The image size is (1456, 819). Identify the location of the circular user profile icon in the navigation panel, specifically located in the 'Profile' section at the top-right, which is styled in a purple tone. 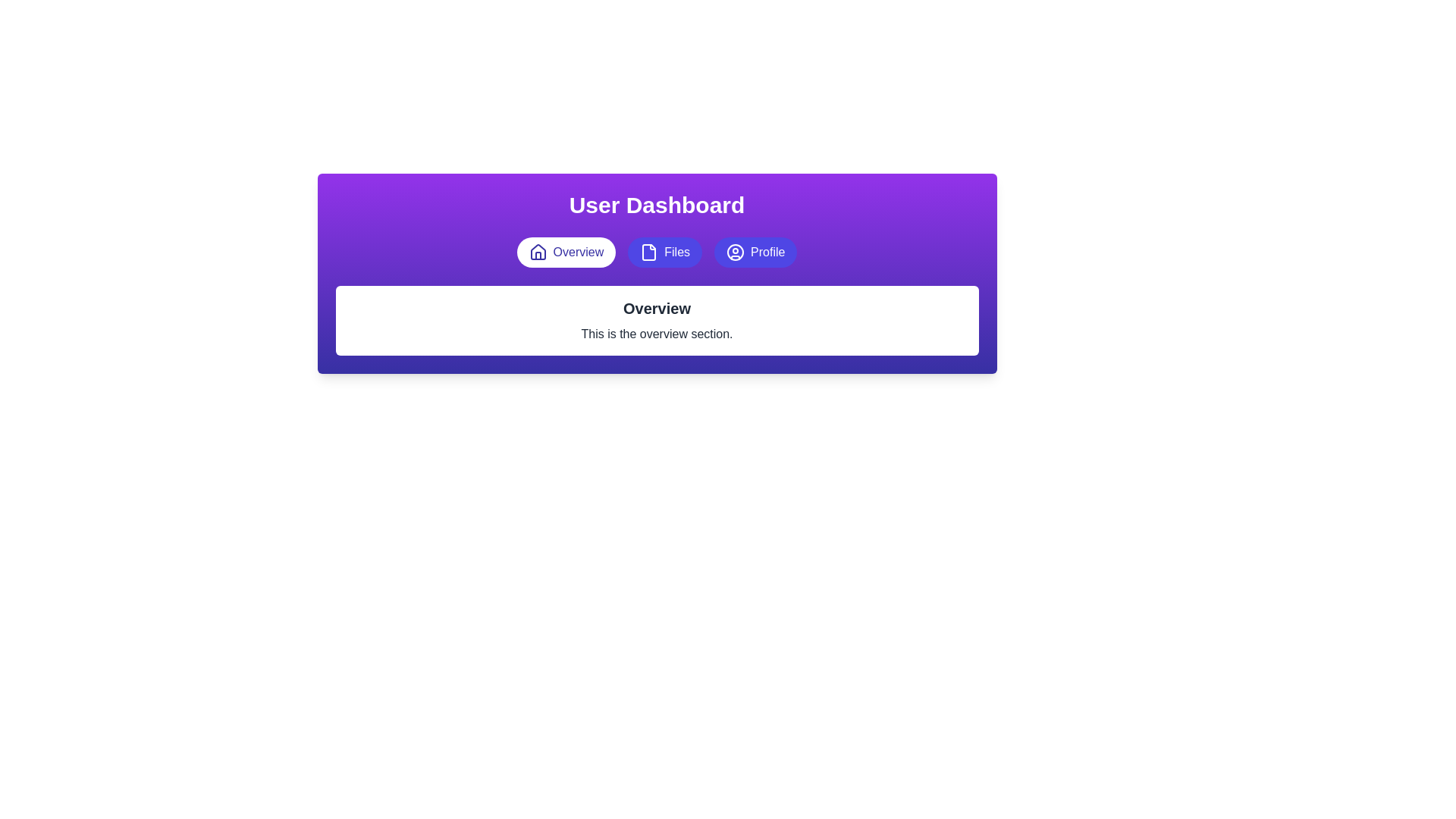
(735, 251).